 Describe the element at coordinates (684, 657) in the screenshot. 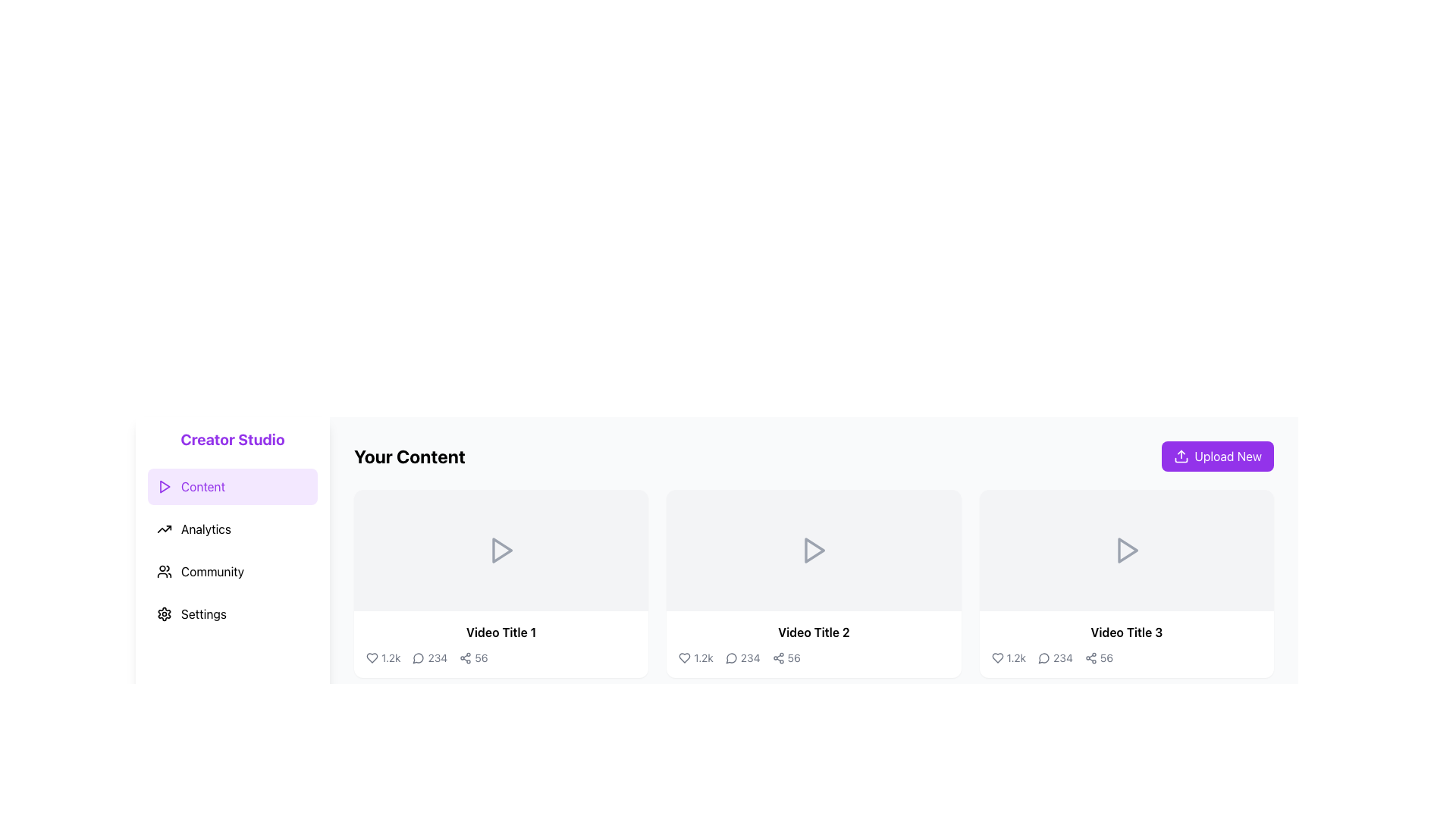

I see `the heart icon, which serves as a 'like' button beneath the second video card in the 'Your Content' section` at that location.